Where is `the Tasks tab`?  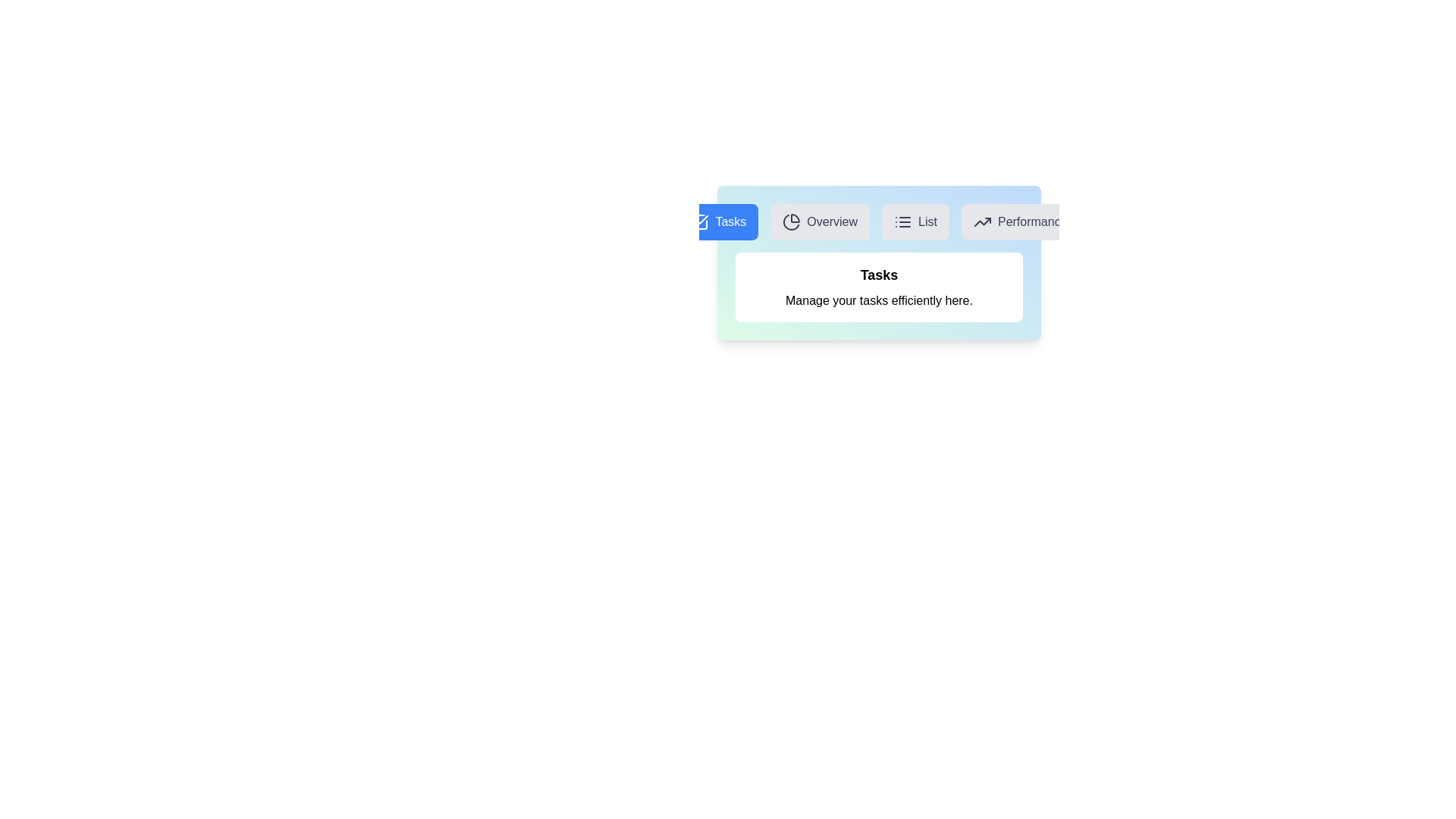 the Tasks tab is located at coordinates (717, 222).